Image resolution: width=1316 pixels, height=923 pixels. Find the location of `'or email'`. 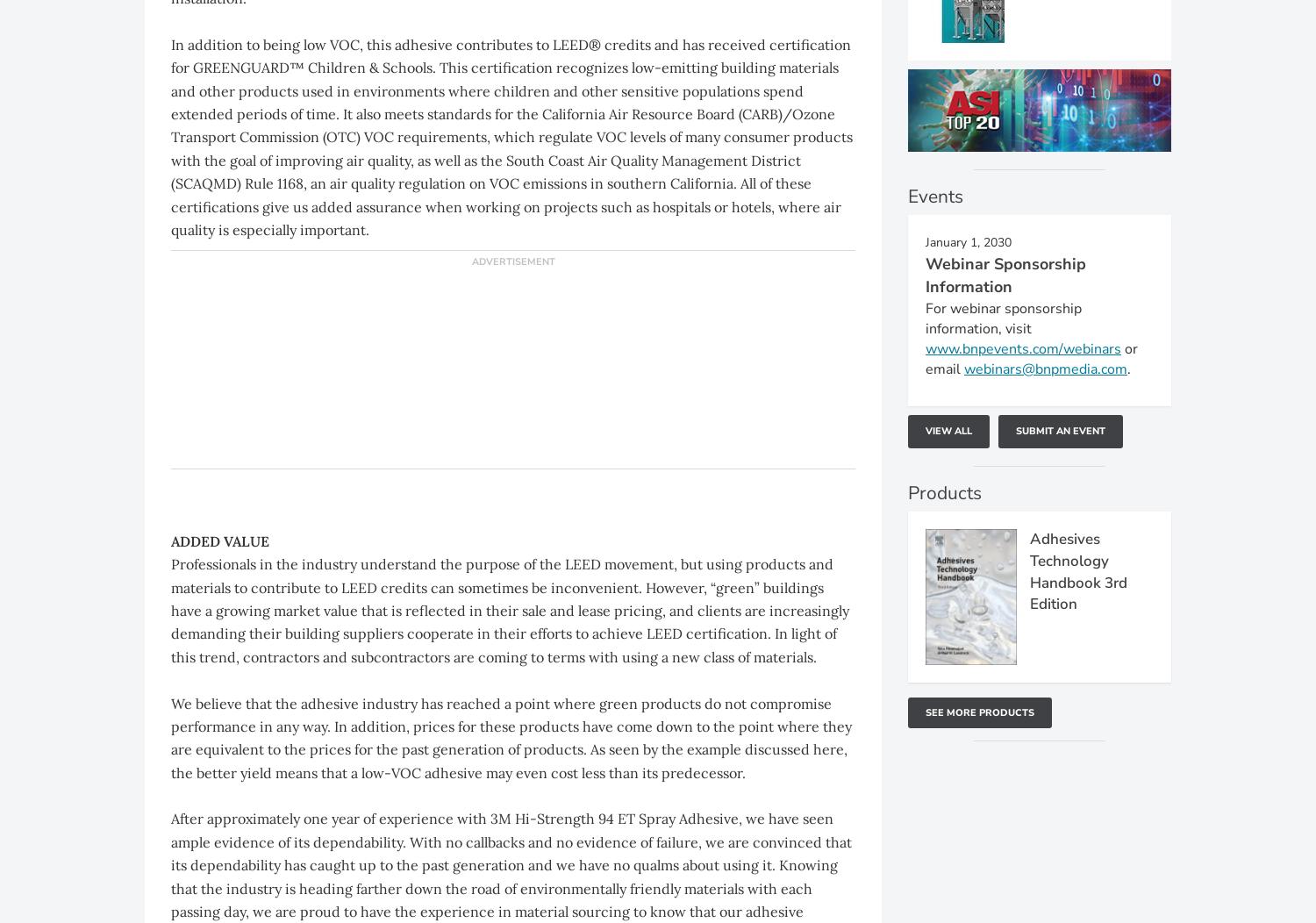

'or email' is located at coordinates (1032, 358).